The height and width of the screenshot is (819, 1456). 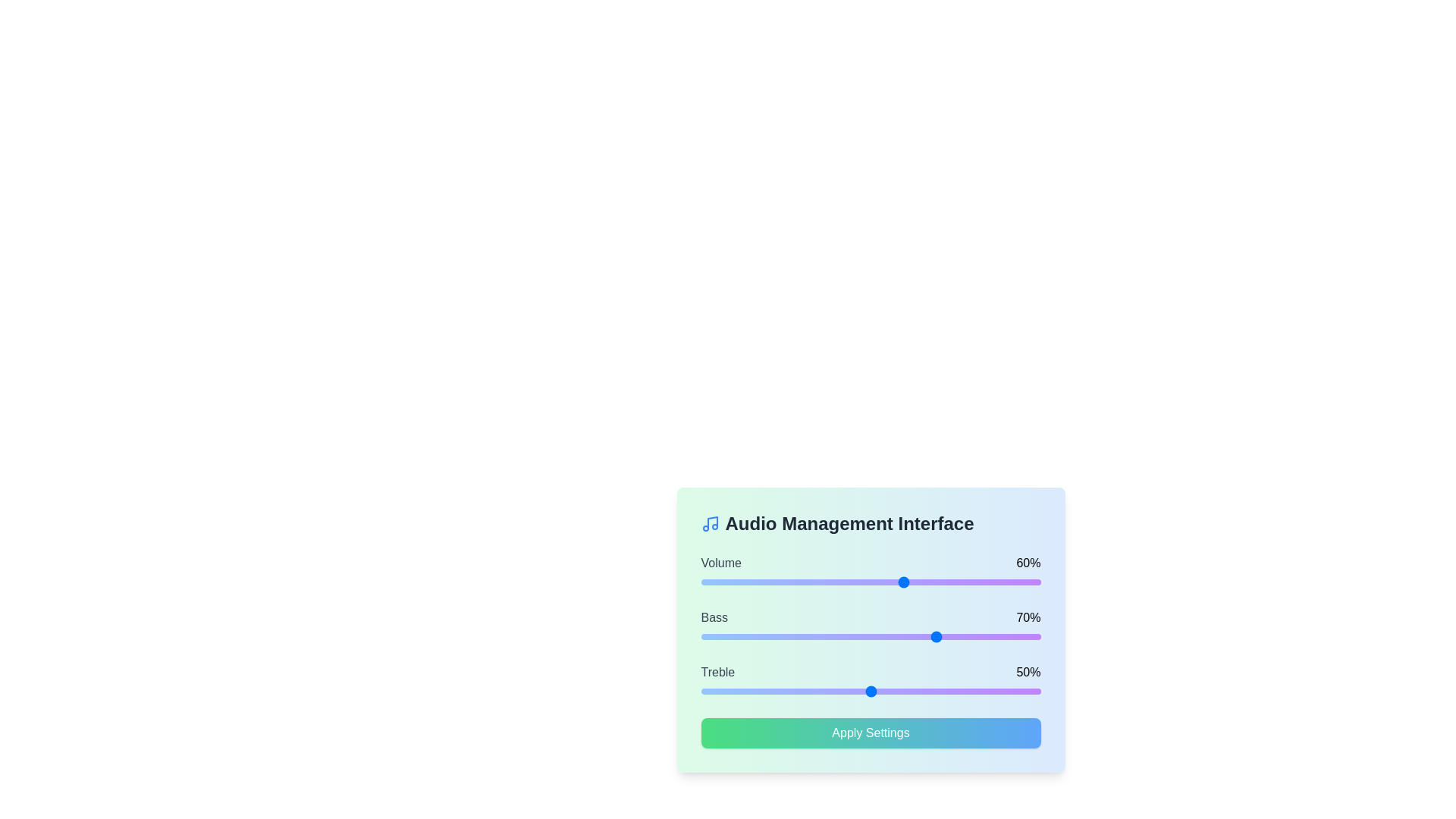 What do you see at coordinates (826, 637) in the screenshot?
I see `the bass level` at bounding box center [826, 637].